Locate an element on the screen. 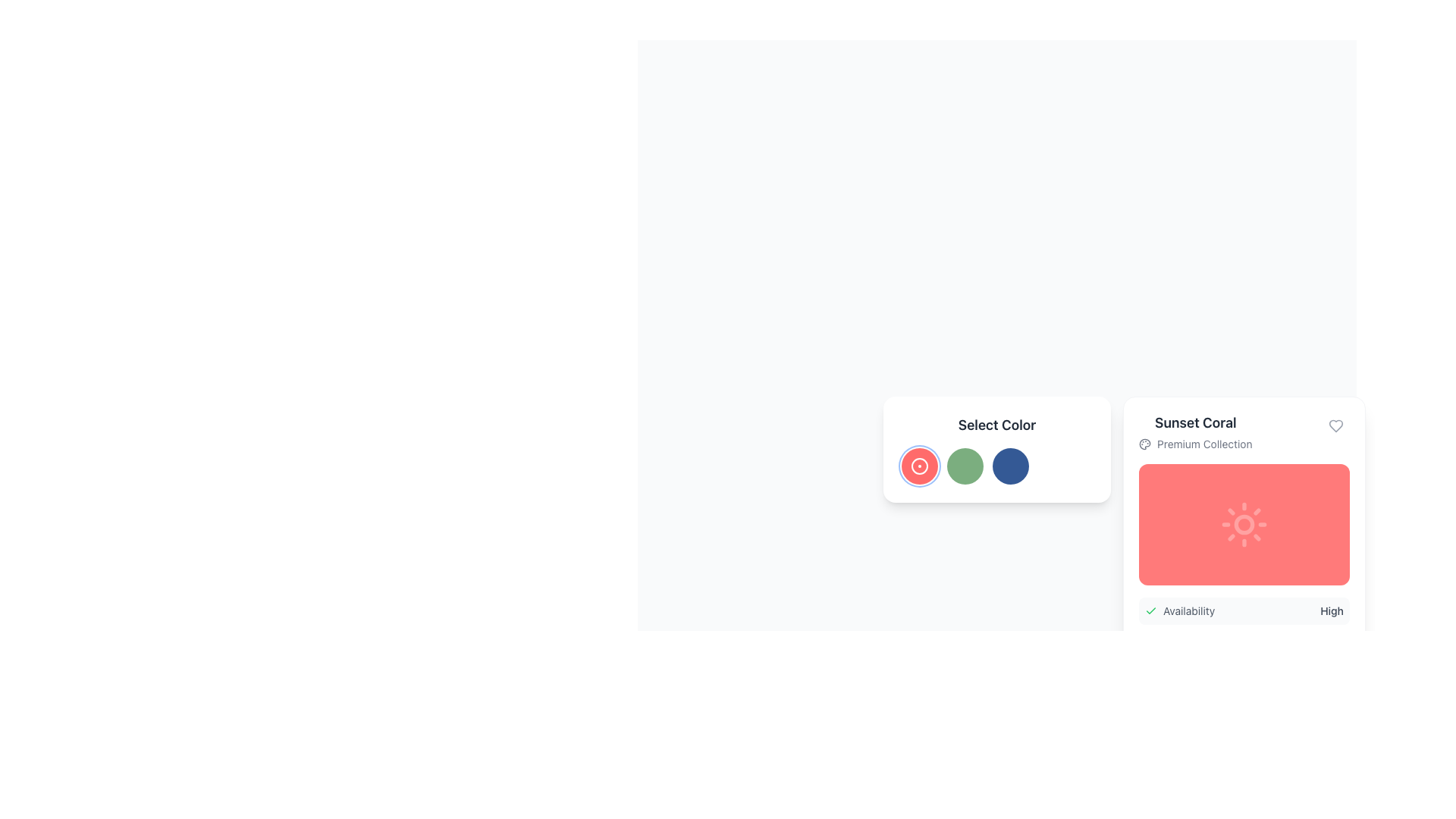 This screenshot has height=819, width=1456. the visual representation of the Circular graphical icon located at the center of the sunburst within the 'Sunset Coral' card in the color selection interface is located at coordinates (1244, 523).